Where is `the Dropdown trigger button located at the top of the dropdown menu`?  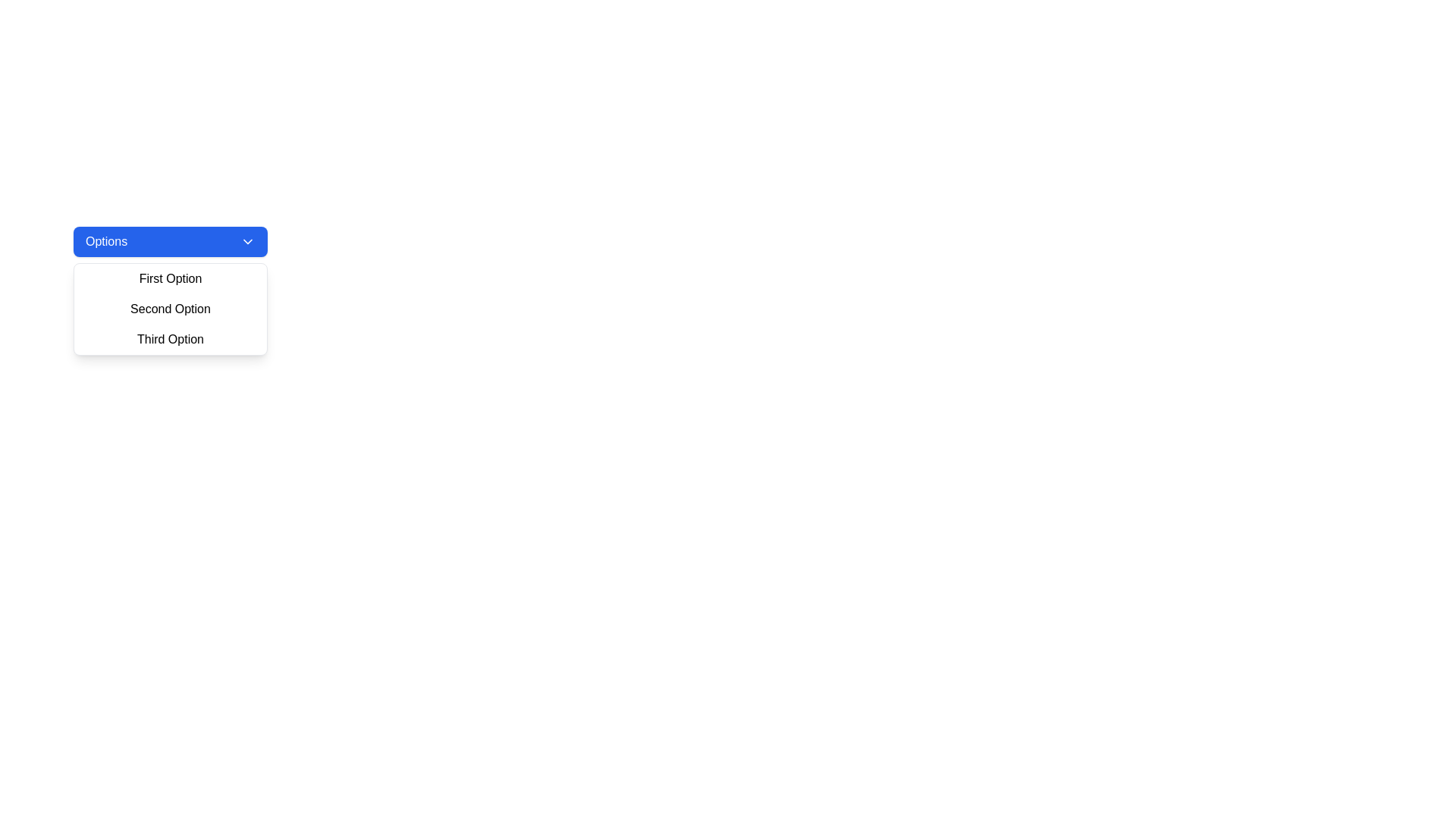
the Dropdown trigger button located at the top of the dropdown menu is located at coordinates (171, 241).